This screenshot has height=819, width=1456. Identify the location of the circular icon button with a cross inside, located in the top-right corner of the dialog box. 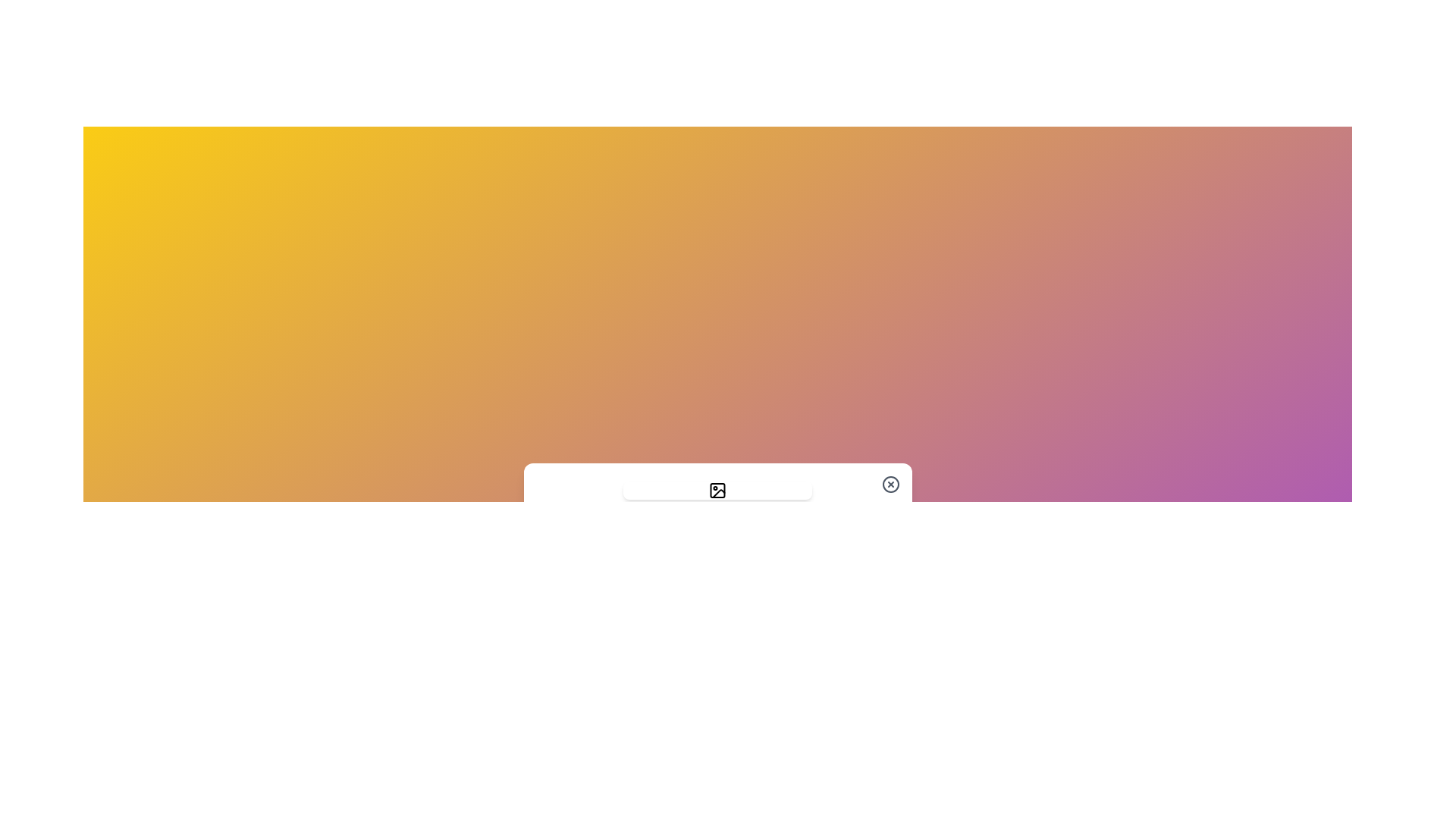
(890, 485).